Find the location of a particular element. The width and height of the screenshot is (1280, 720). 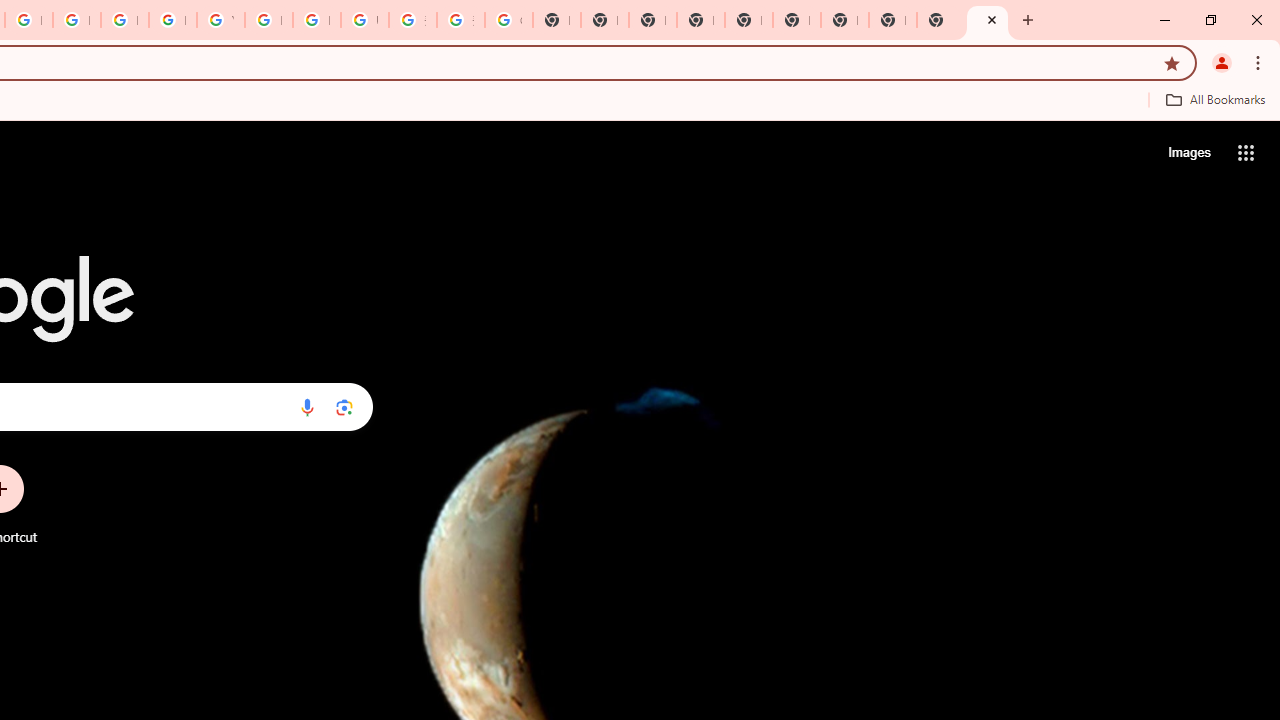

'Google Images' is located at coordinates (508, 20).